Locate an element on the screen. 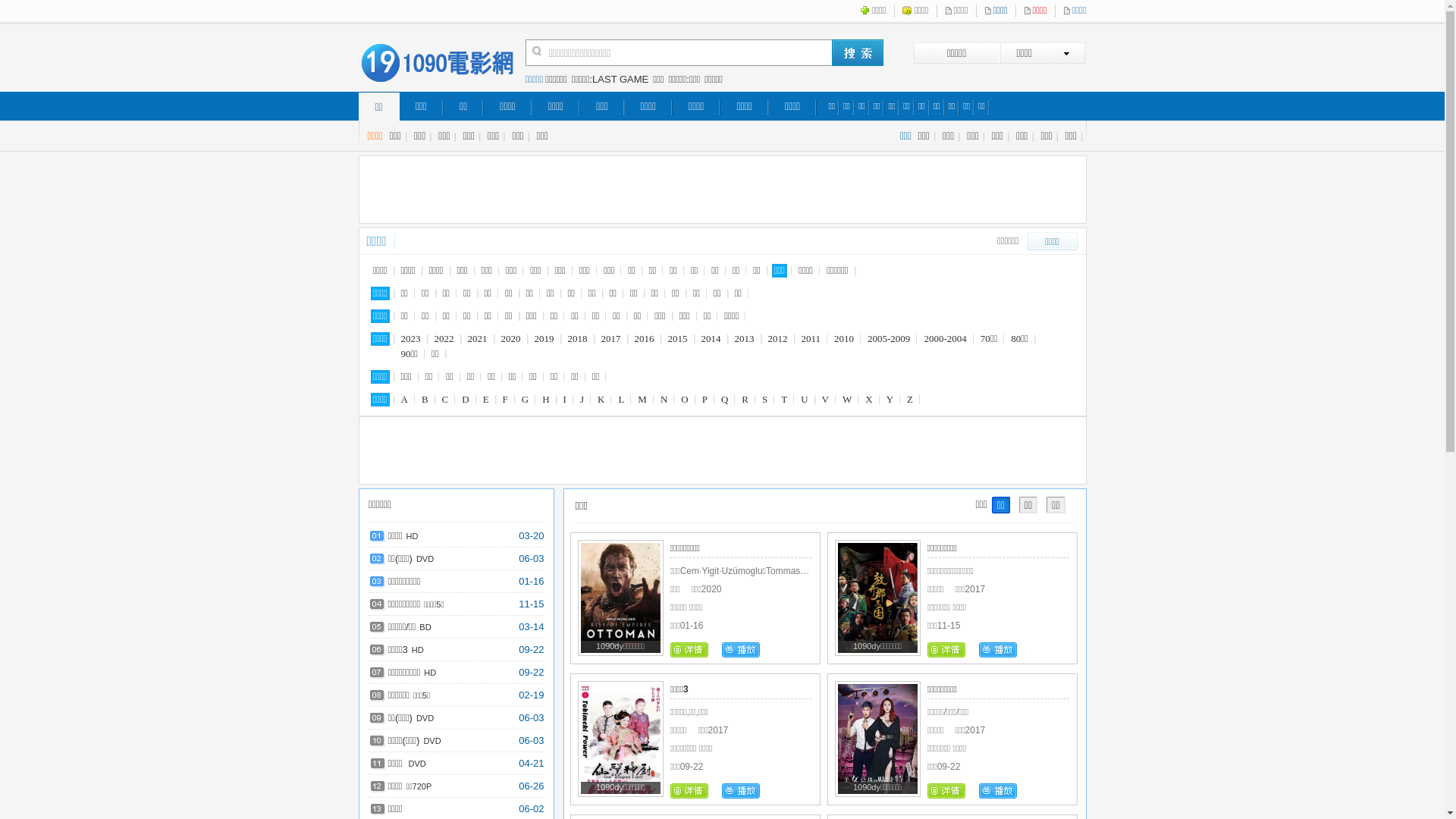  'Y' is located at coordinates (890, 399).